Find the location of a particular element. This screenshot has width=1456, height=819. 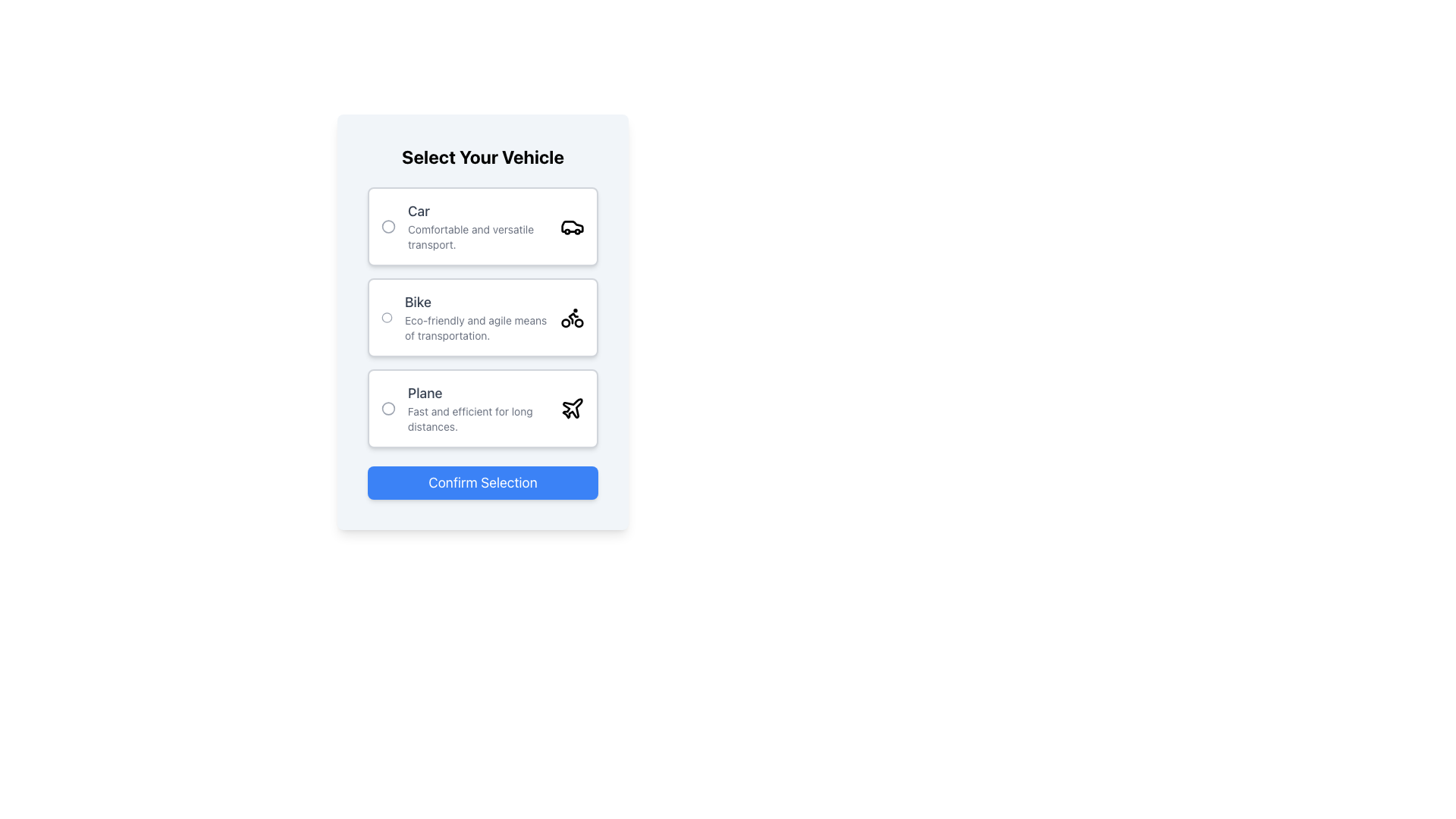

the circular graphic icon representing the 'Car' option, which is located to the left of the descriptive text 'Comfortable and versatile transport.' is located at coordinates (388, 227).